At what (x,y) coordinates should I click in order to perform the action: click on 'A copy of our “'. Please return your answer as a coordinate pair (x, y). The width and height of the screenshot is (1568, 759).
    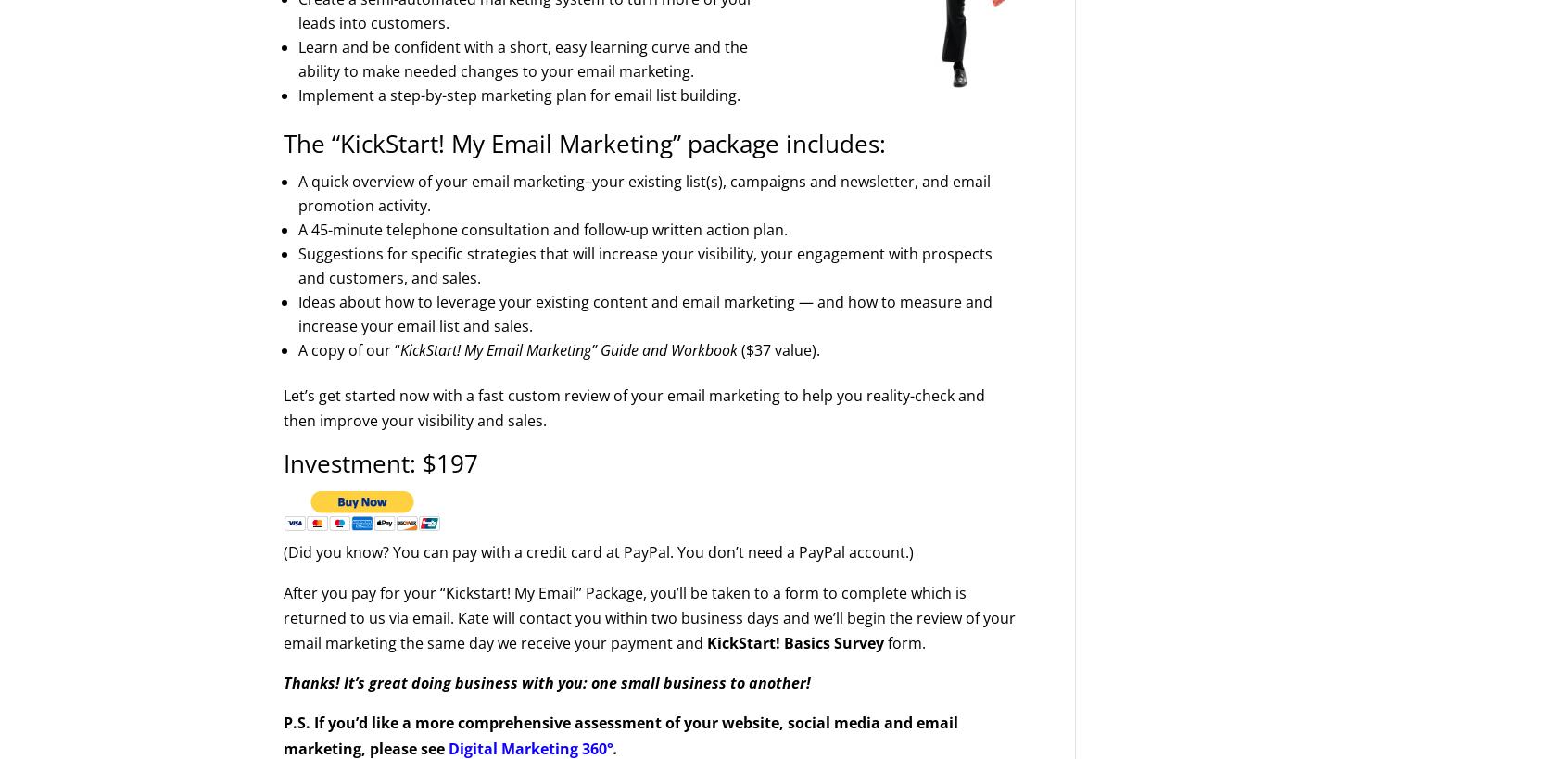
    Looking at the image, I should click on (348, 348).